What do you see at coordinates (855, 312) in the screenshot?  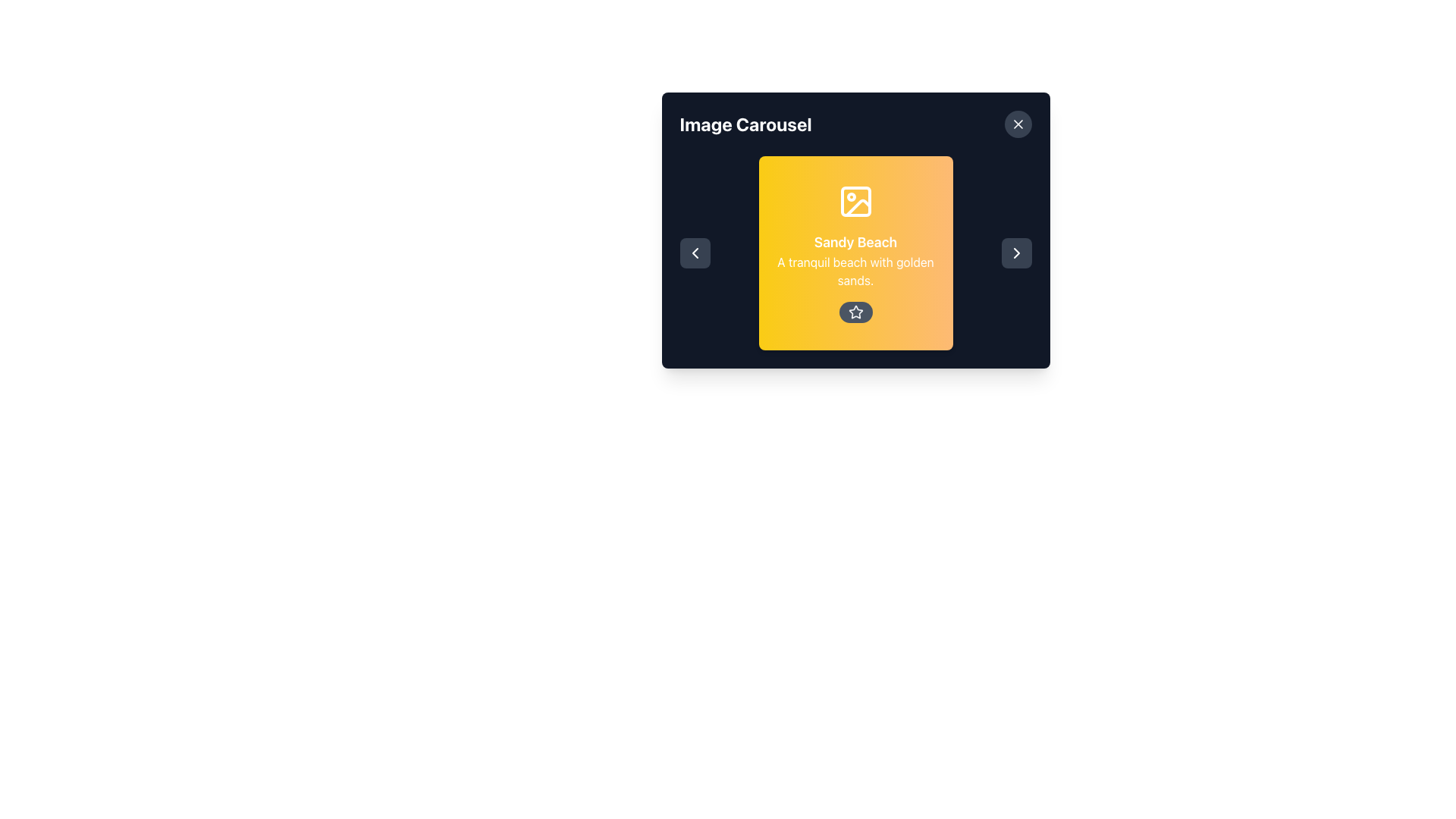 I see `the small, rounded gray button with a white star icon located at the bottom center of the 'Sandy Beach' information card` at bounding box center [855, 312].